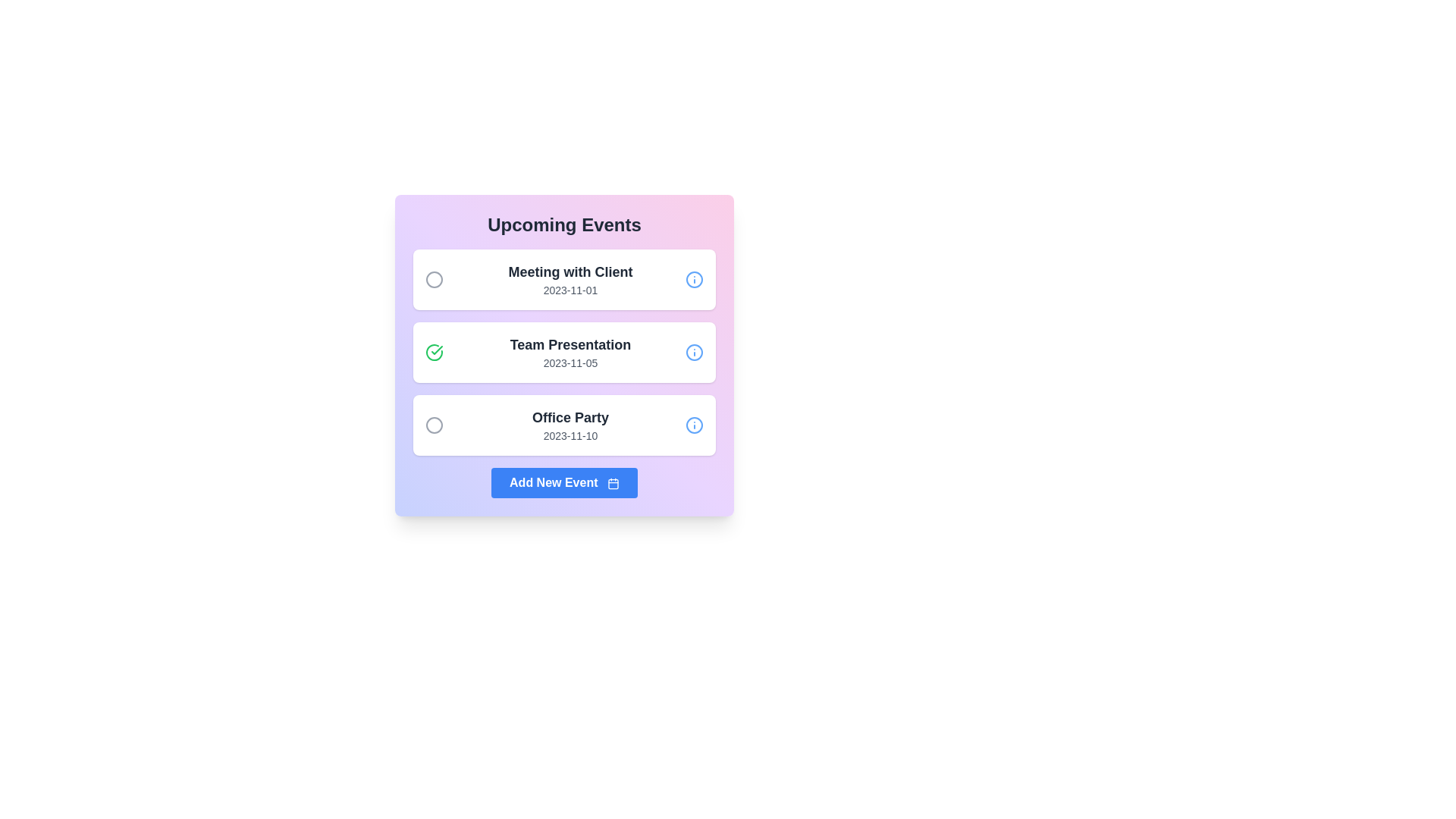  What do you see at coordinates (436, 350) in the screenshot?
I see `the lower segment of the circular checkmark icon indicating the completion of the 'Team Presentation' event in the 'Upcoming Events' panel` at bounding box center [436, 350].